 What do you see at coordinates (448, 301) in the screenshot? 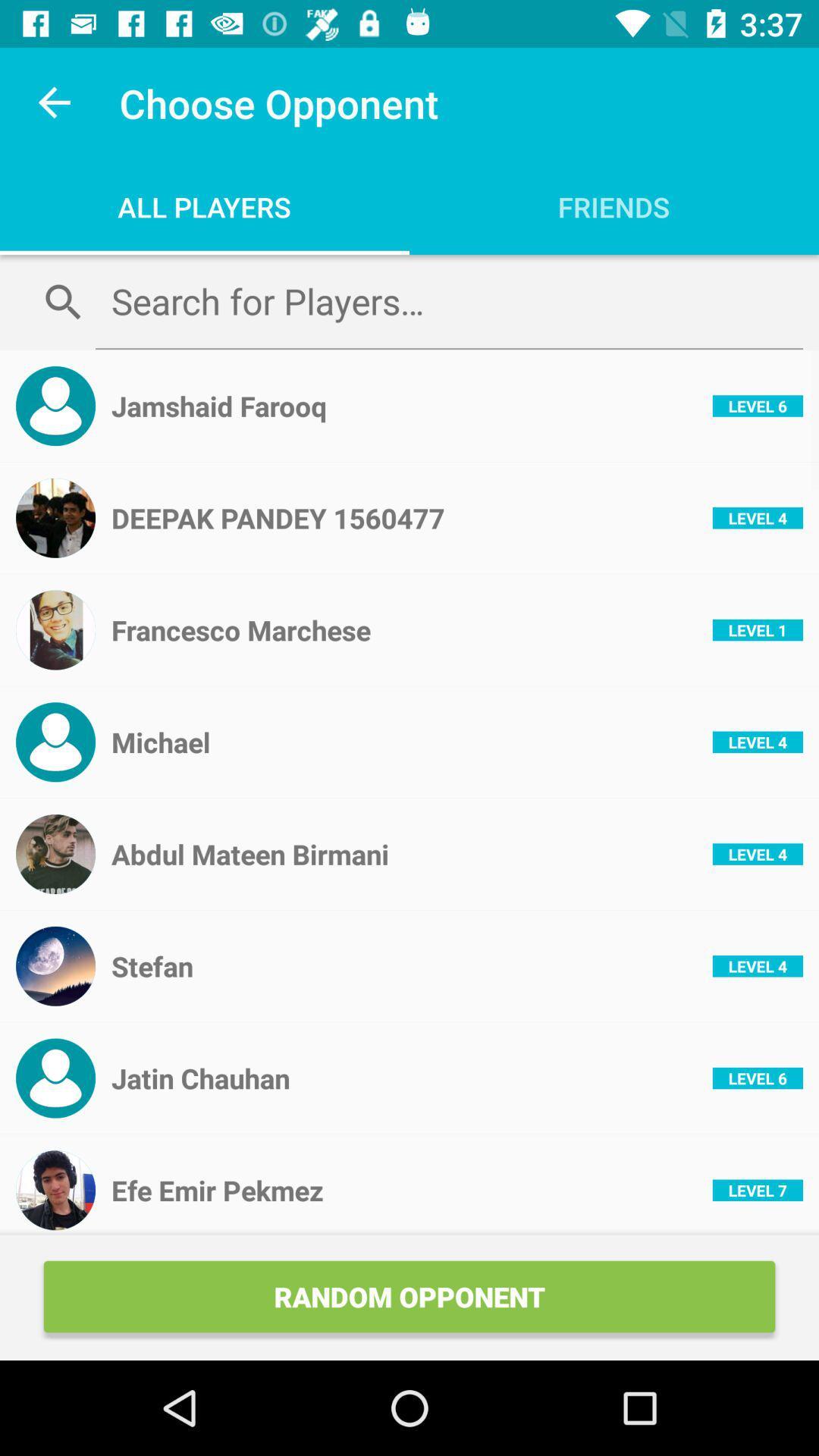
I see `search for opponents` at bounding box center [448, 301].